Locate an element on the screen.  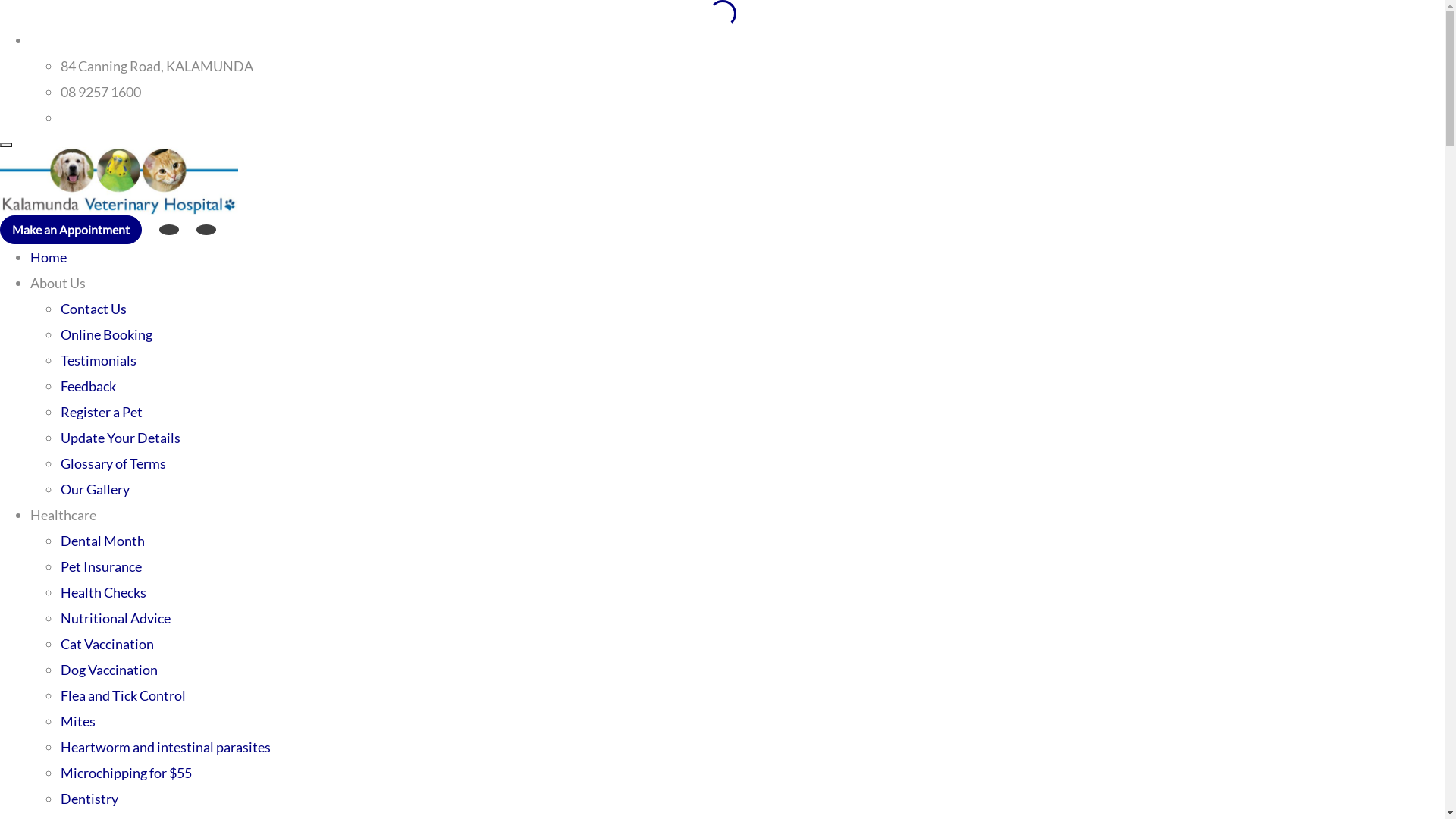
'Dental Month' is located at coordinates (102, 540).